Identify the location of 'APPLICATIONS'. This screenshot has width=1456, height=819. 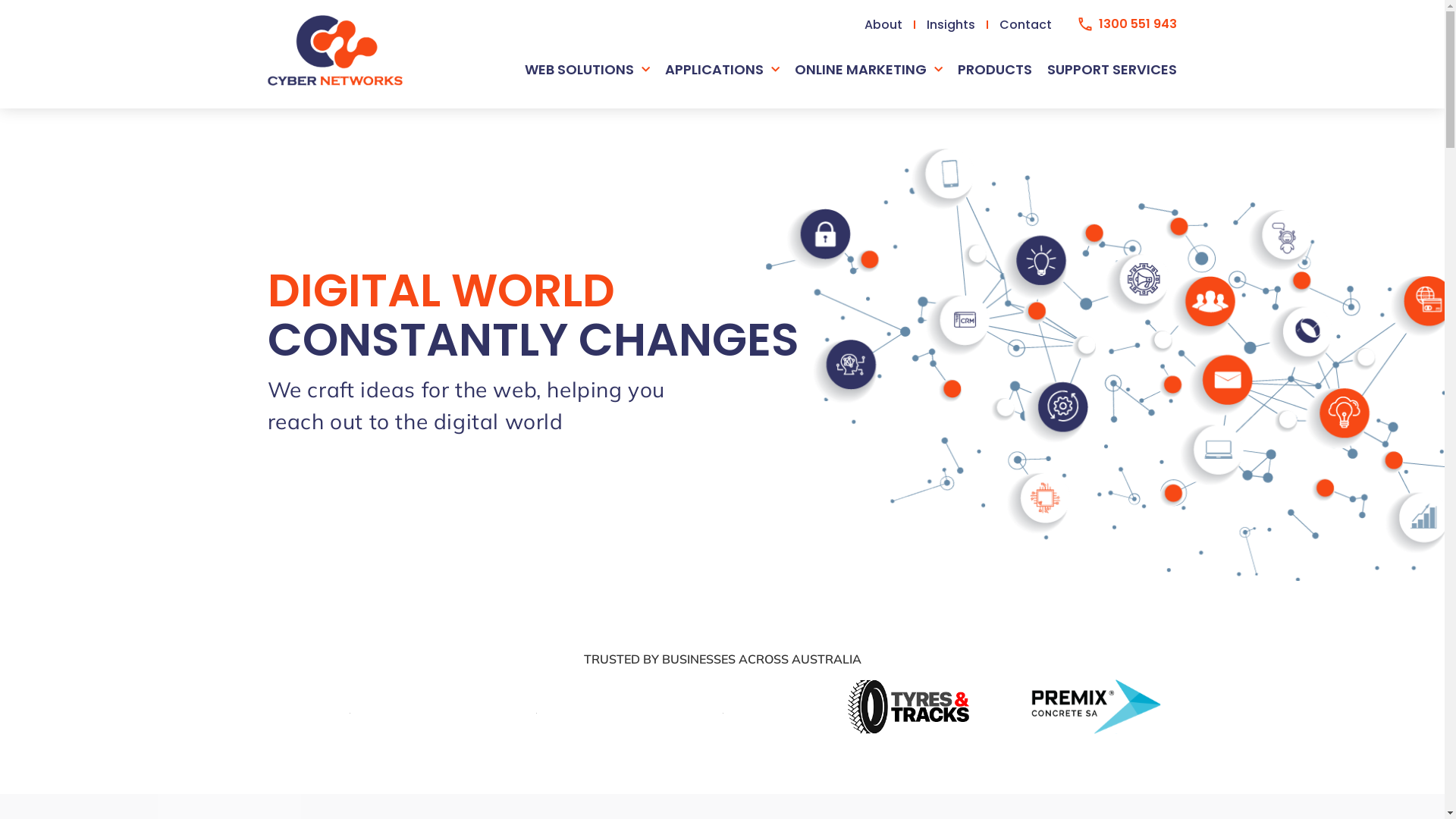
(721, 70).